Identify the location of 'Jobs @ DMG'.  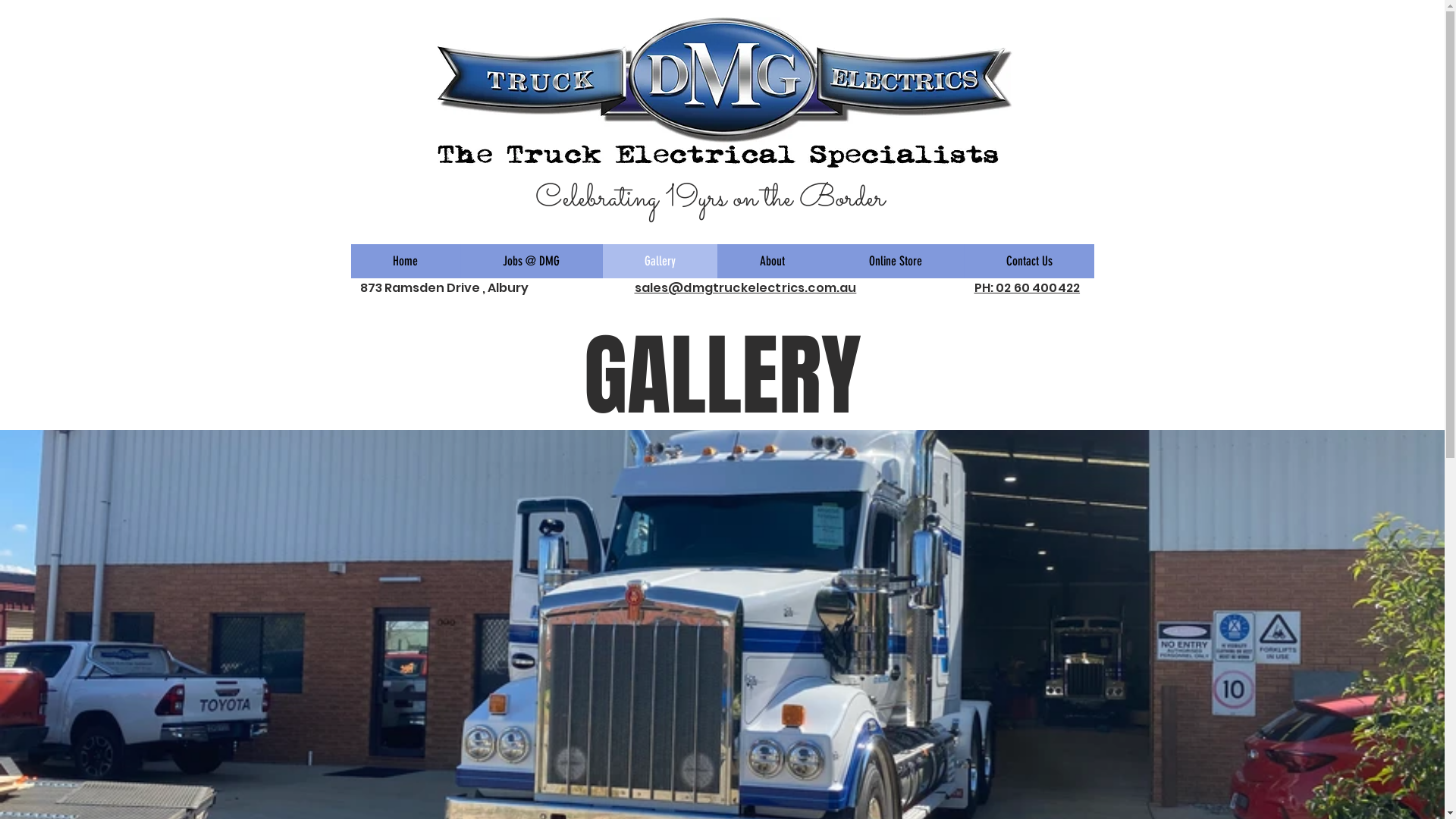
(530, 260).